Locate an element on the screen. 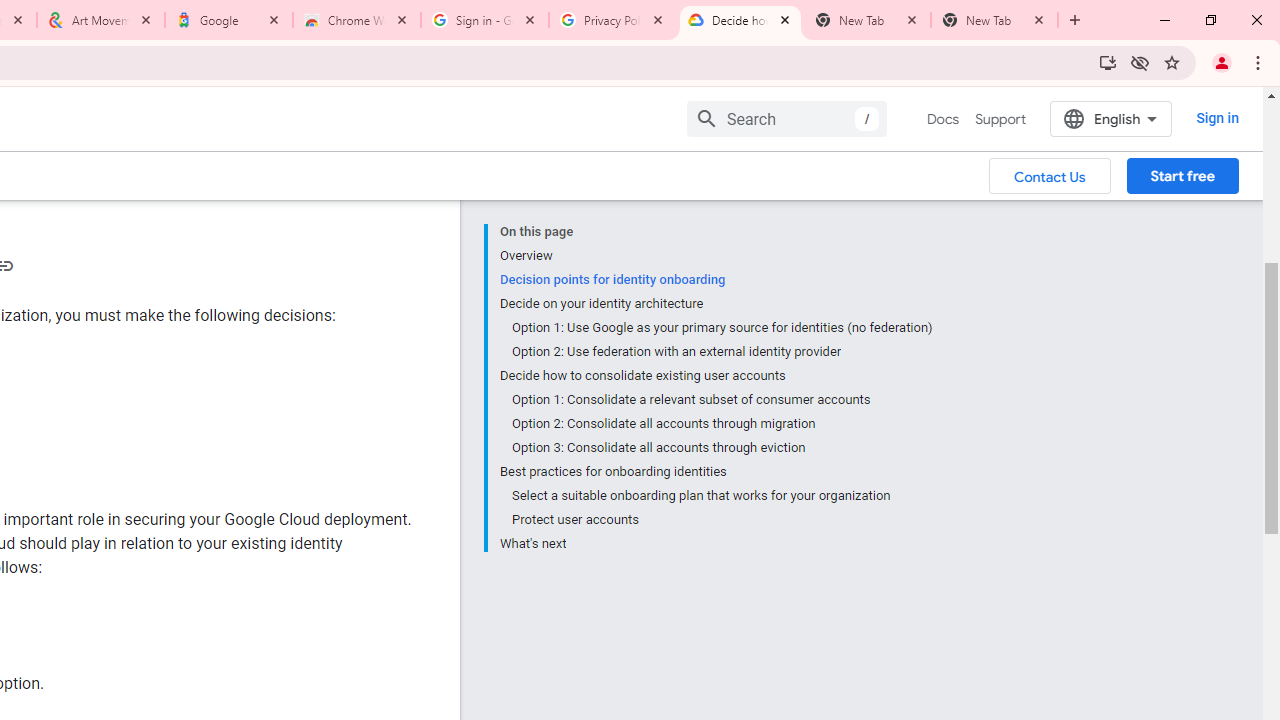 Image resolution: width=1280 pixels, height=720 pixels. 'Google' is located at coordinates (229, 20).